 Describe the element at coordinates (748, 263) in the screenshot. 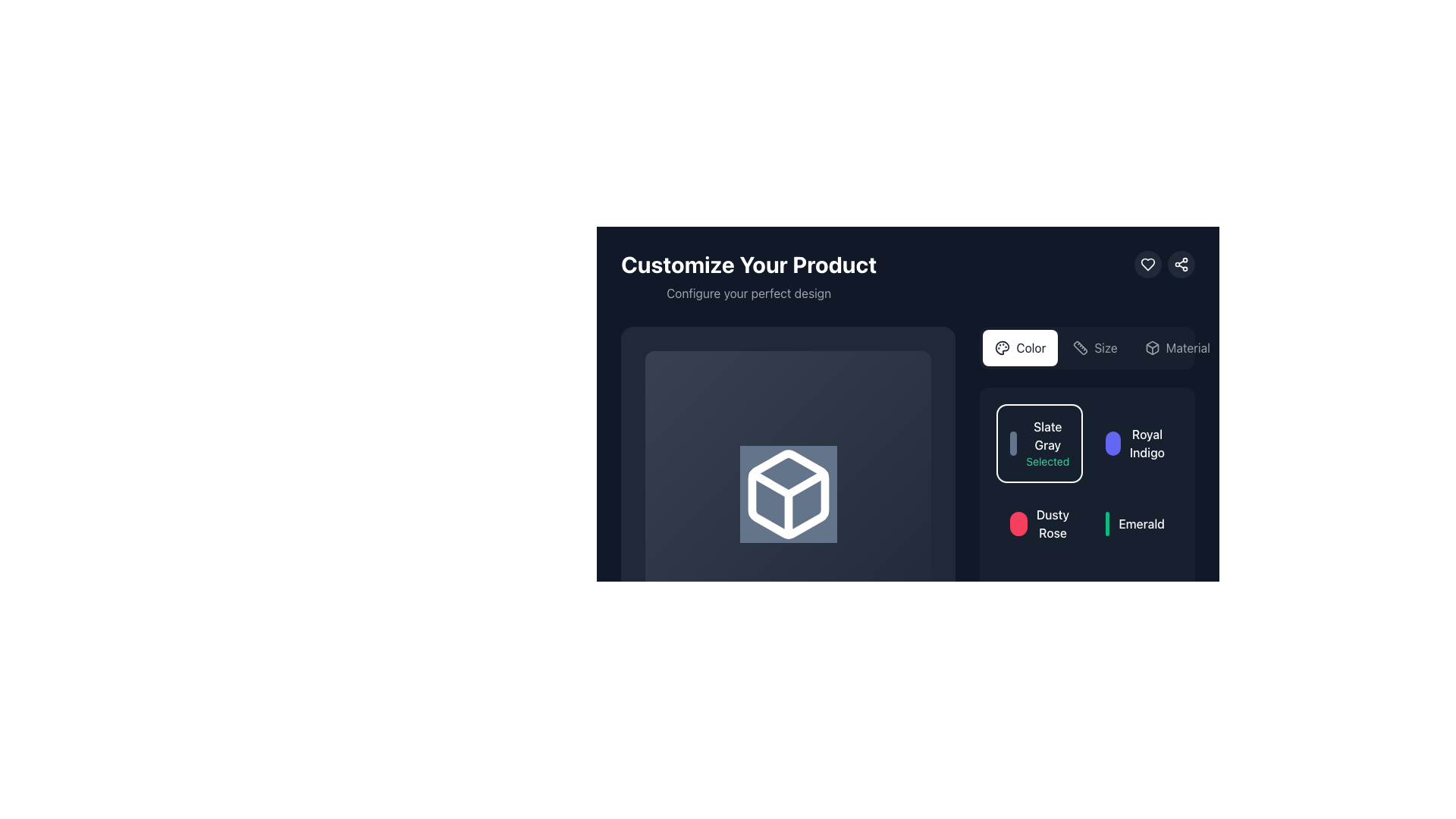

I see `the main heading or title text that indicates the purpose of customizing a product` at that location.